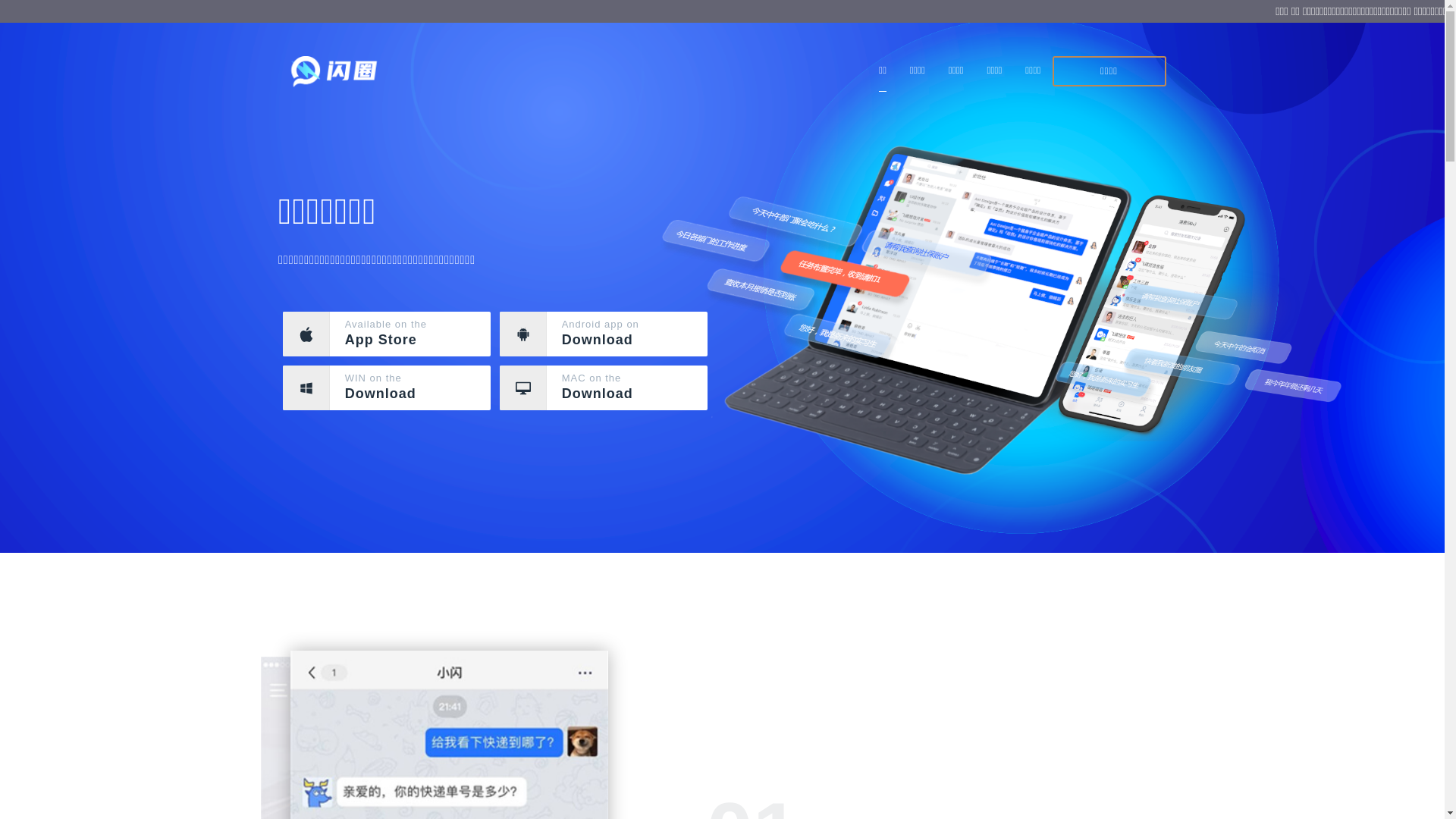 The width and height of the screenshot is (1456, 819). Describe the element at coordinates (387, 333) in the screenshot. I see `'Available on the` at that location.